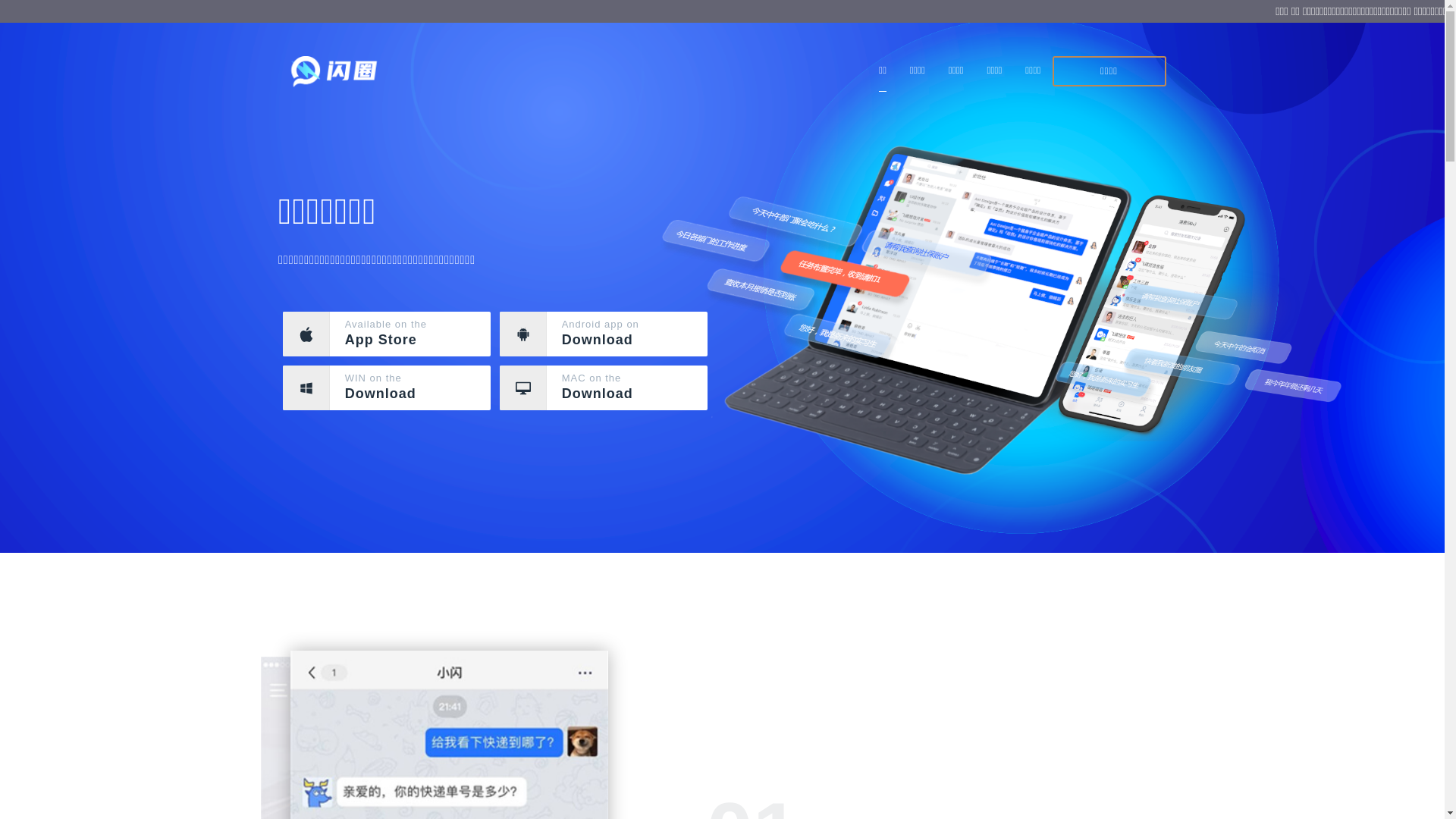 The width and height of the screenshot is (1456, 819). Describe the element at coordinates (387, 333) in the screenshot. I see `'Available on the` at that location.